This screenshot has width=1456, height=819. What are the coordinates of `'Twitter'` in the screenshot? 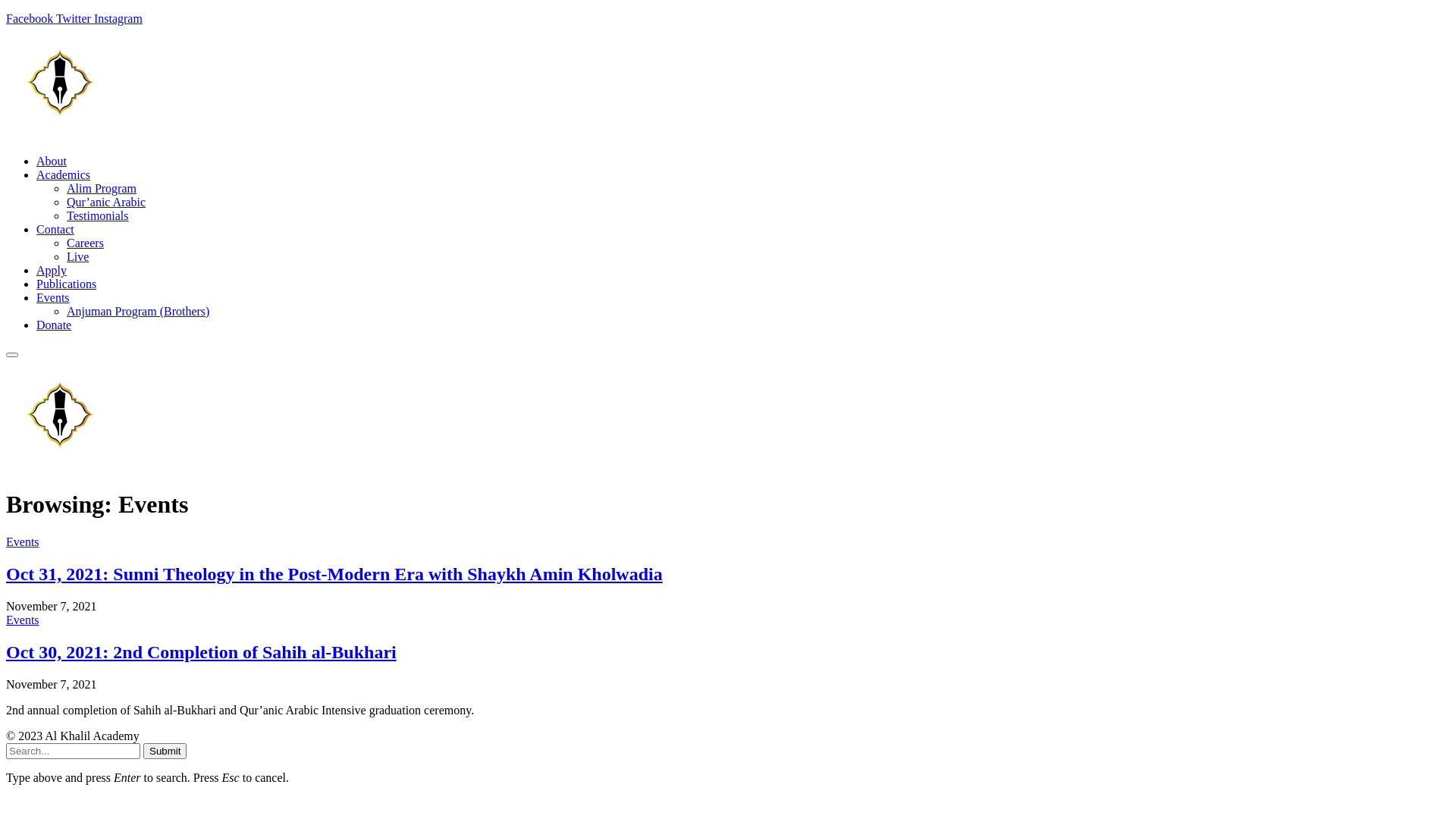 It's located at (74, 18).